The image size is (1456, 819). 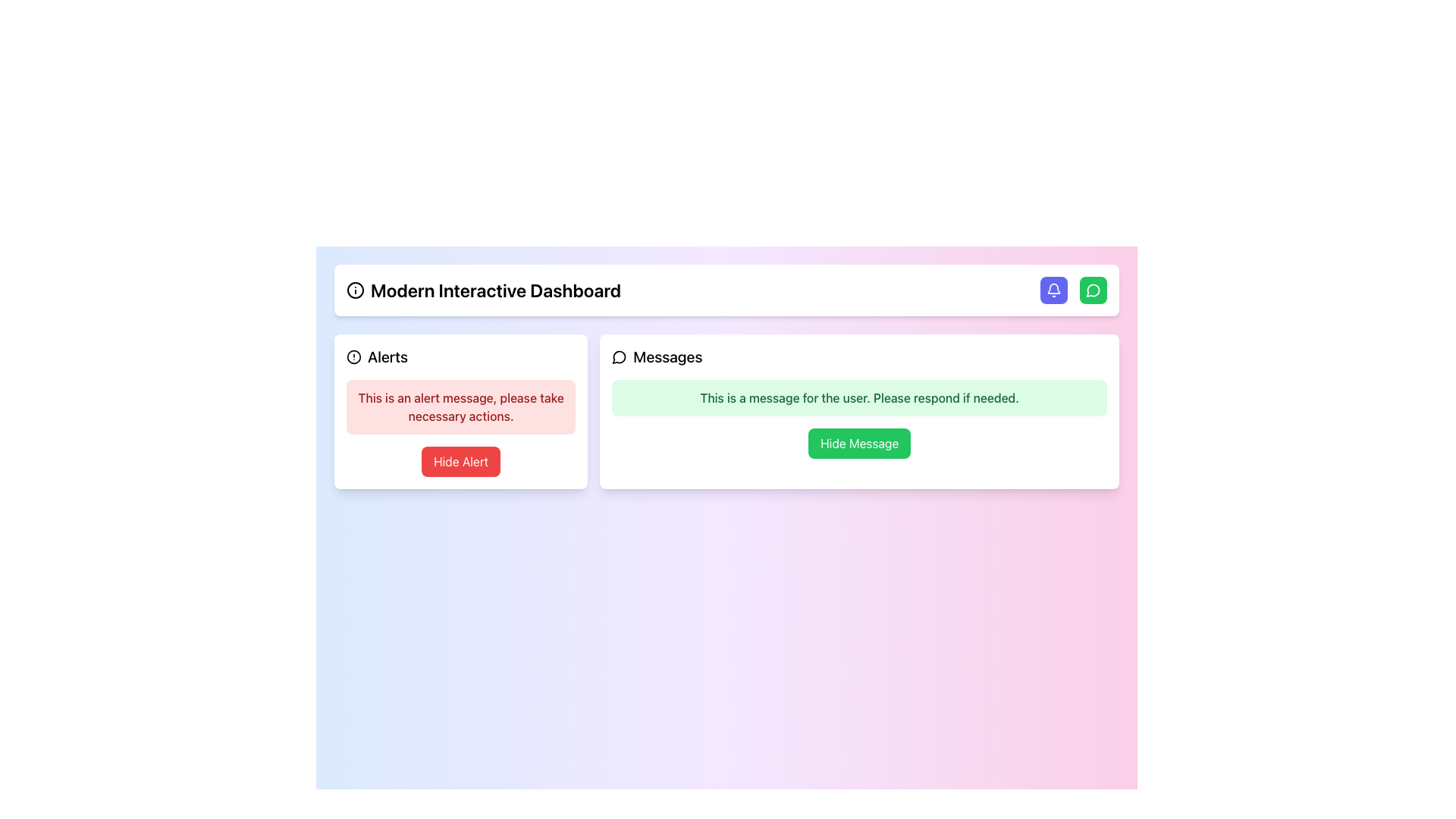 I want to click on the bright indigo button with a bell icon located in the top-right corner of the interface, so click(x=1053, y=290).